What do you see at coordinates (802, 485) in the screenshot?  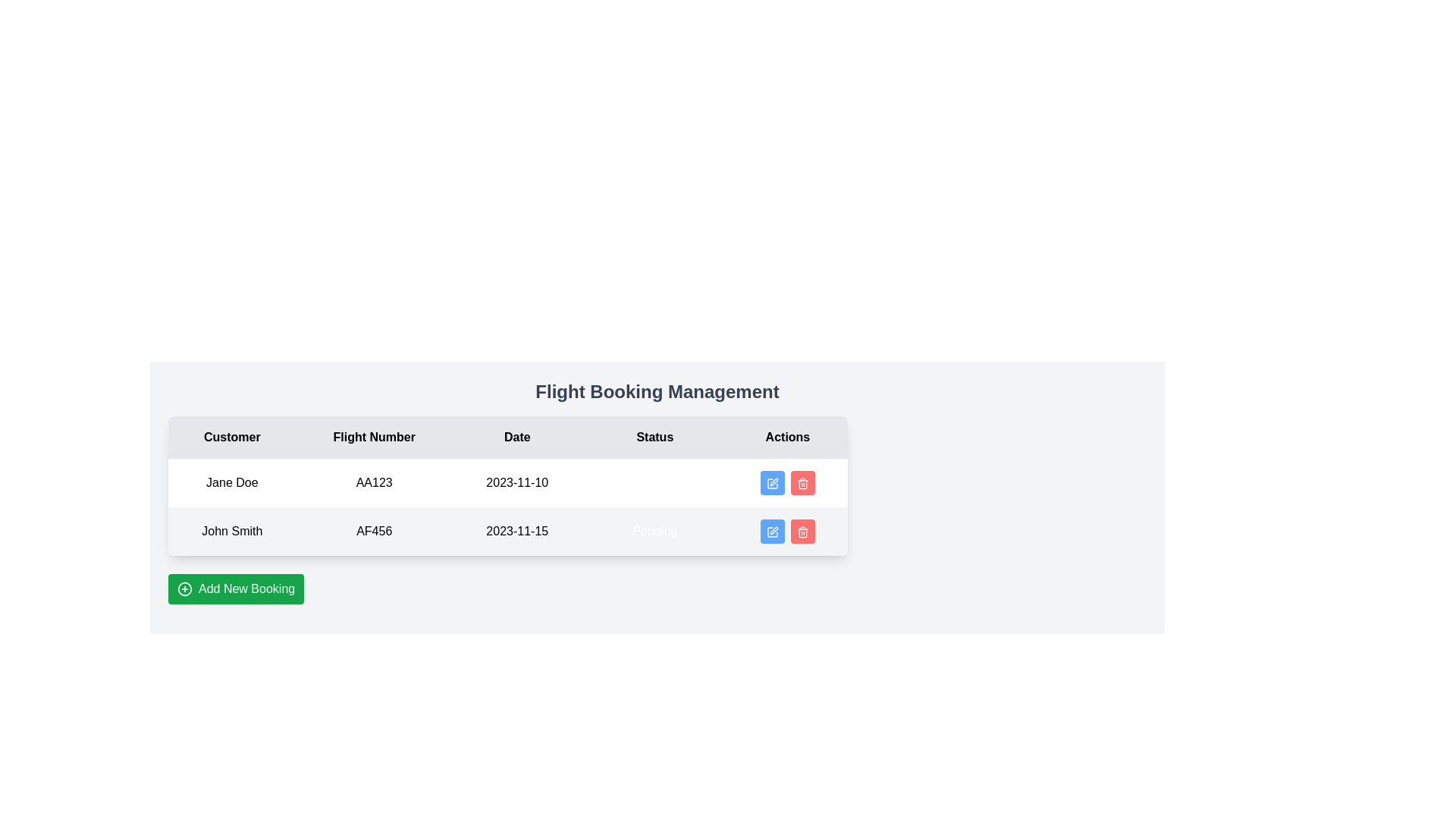 I see `the trash bin icon element located in the 'Actions' column of the 'Flight Booking Management' table, specifically in the last column of the second row` at bounding box center [802, 485].